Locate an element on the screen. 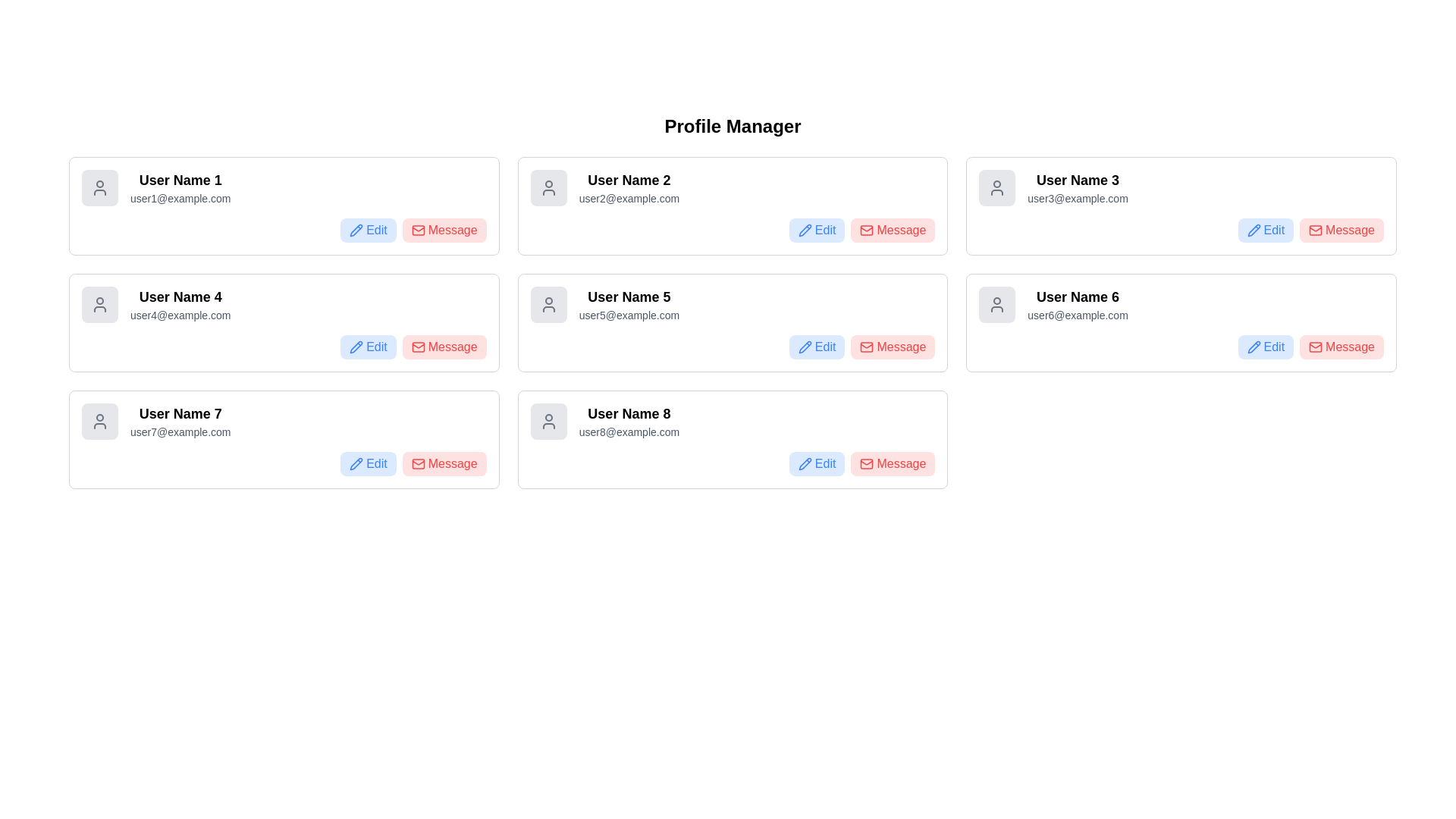  the rounded light blue 'Edit' button with a pencil icon and blue text, located within the profile card of 'User Name 3' is located at coordinates (1266, 231).